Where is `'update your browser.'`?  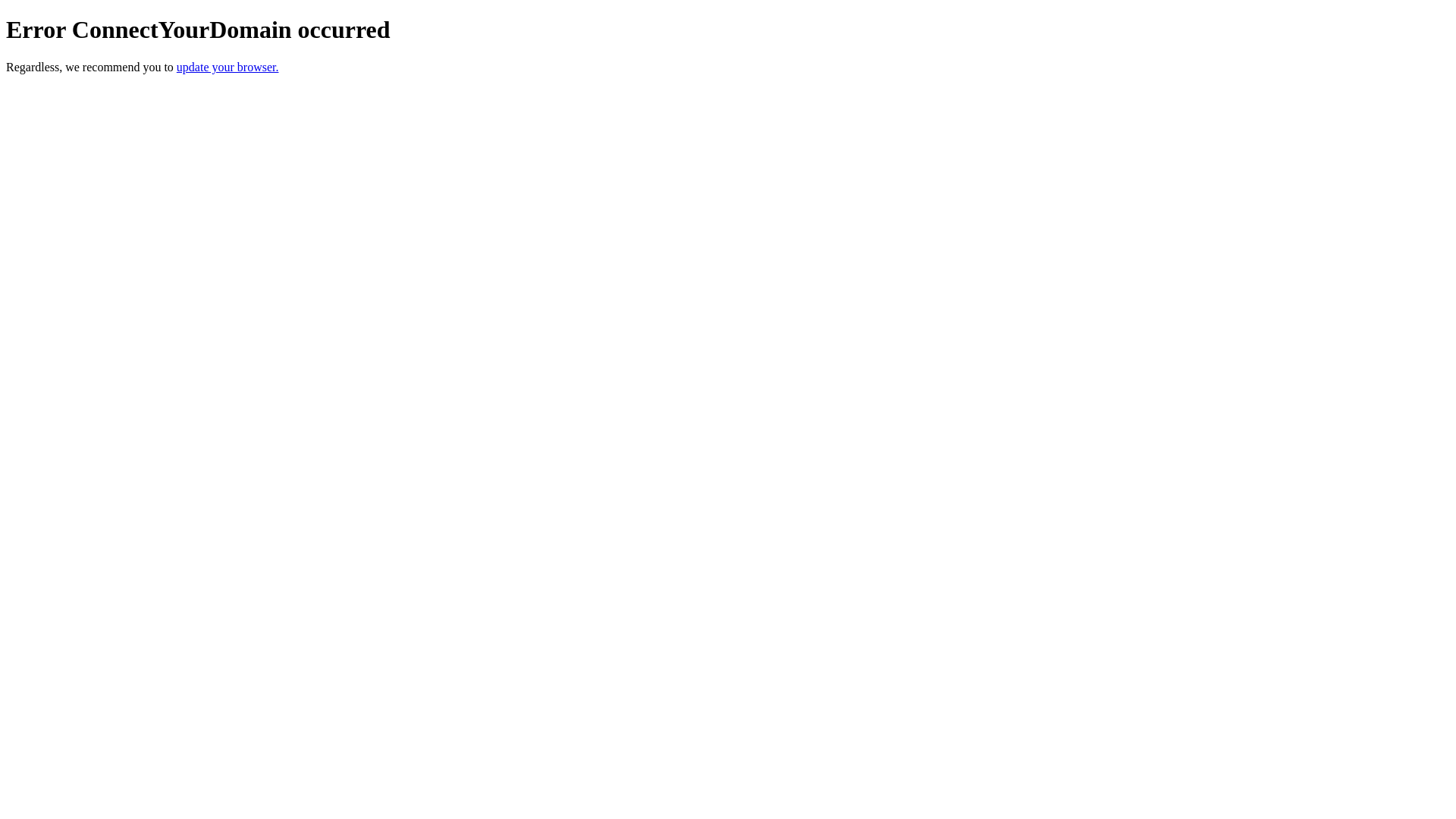
'update your browser.' is located at coordinates (177, 66).